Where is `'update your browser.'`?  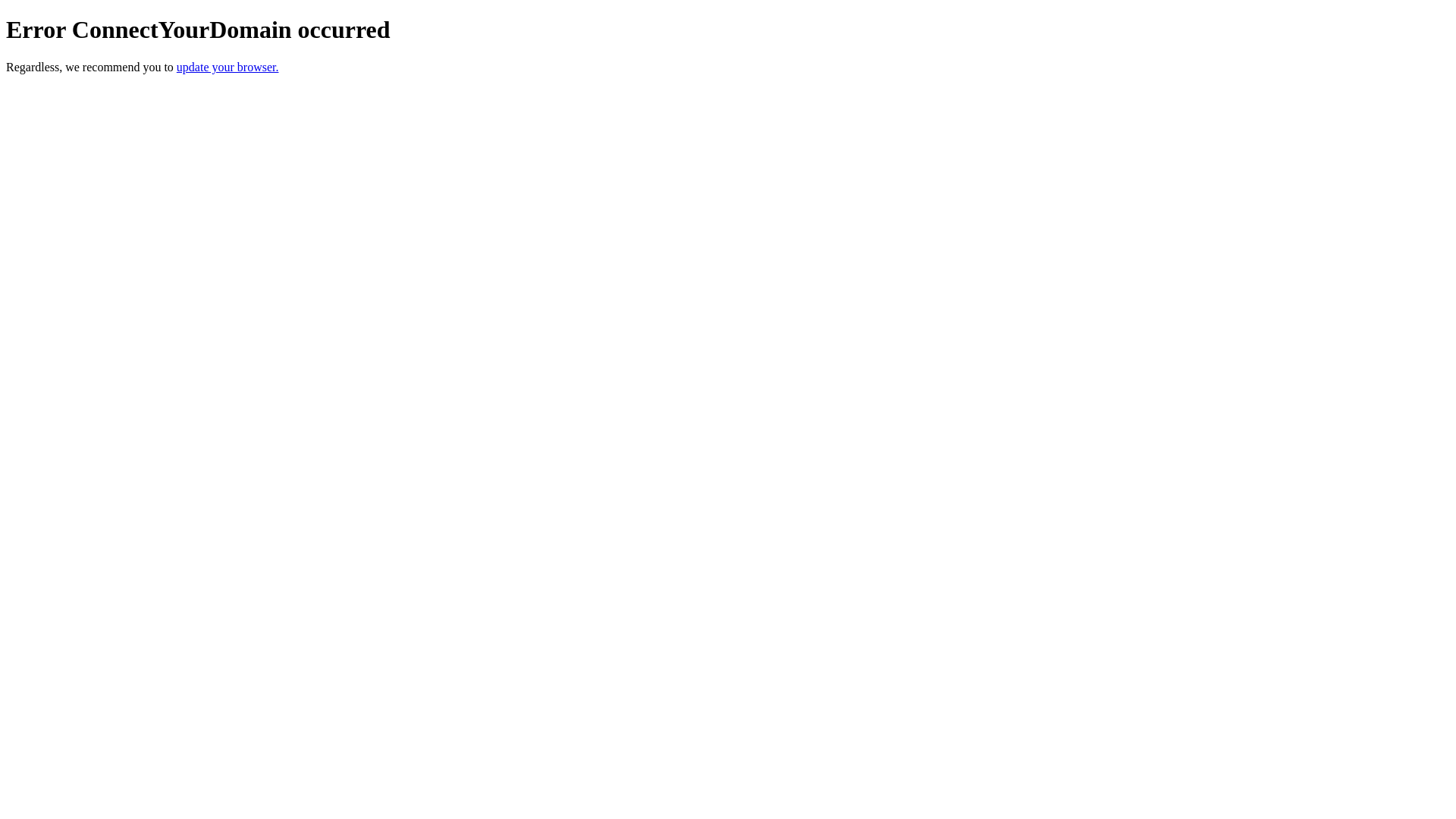
'update your browser.' is located at coordinates (177, 66).